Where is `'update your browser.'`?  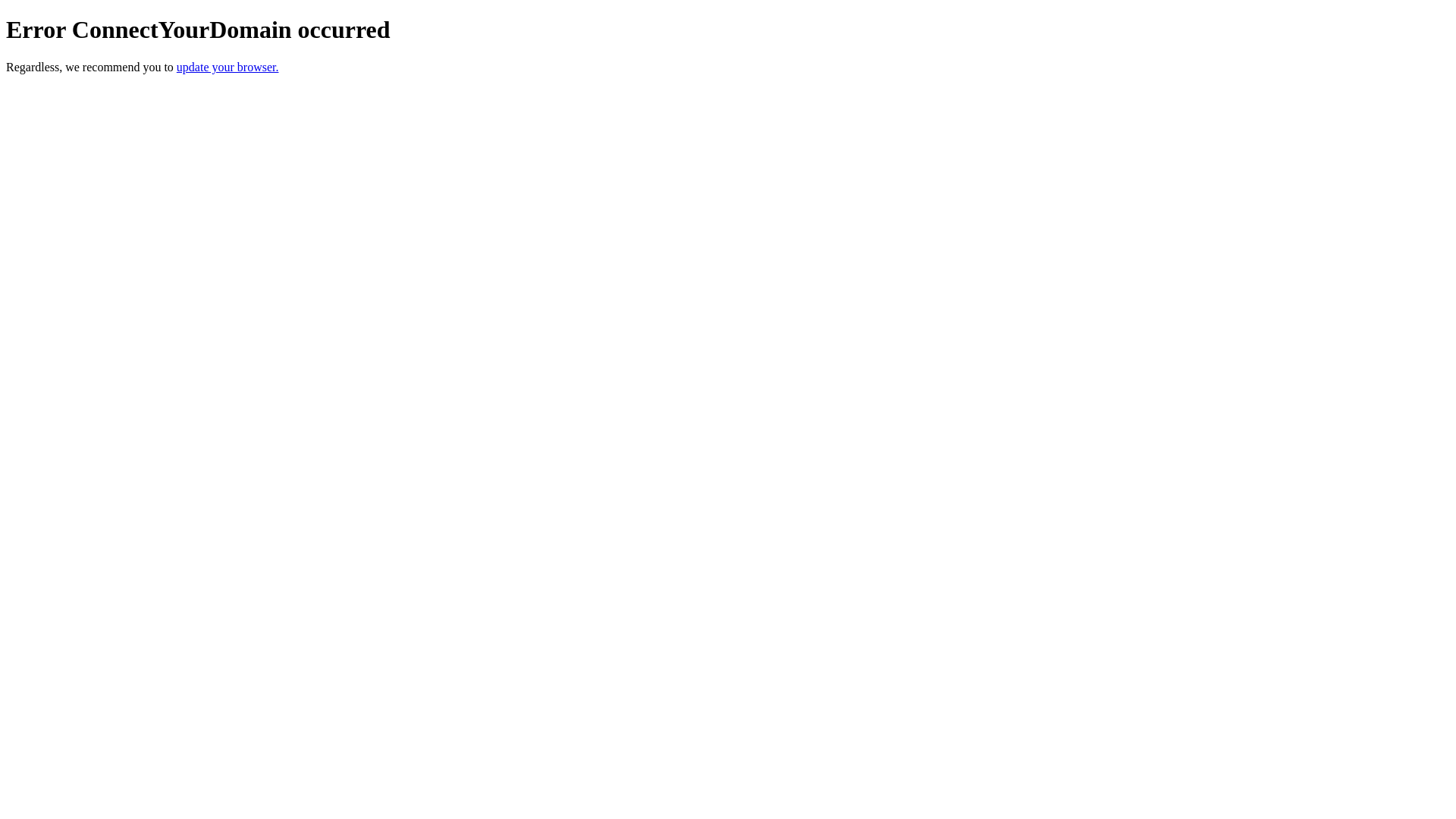
'update your browser.' is located at coordinates (177, 66).